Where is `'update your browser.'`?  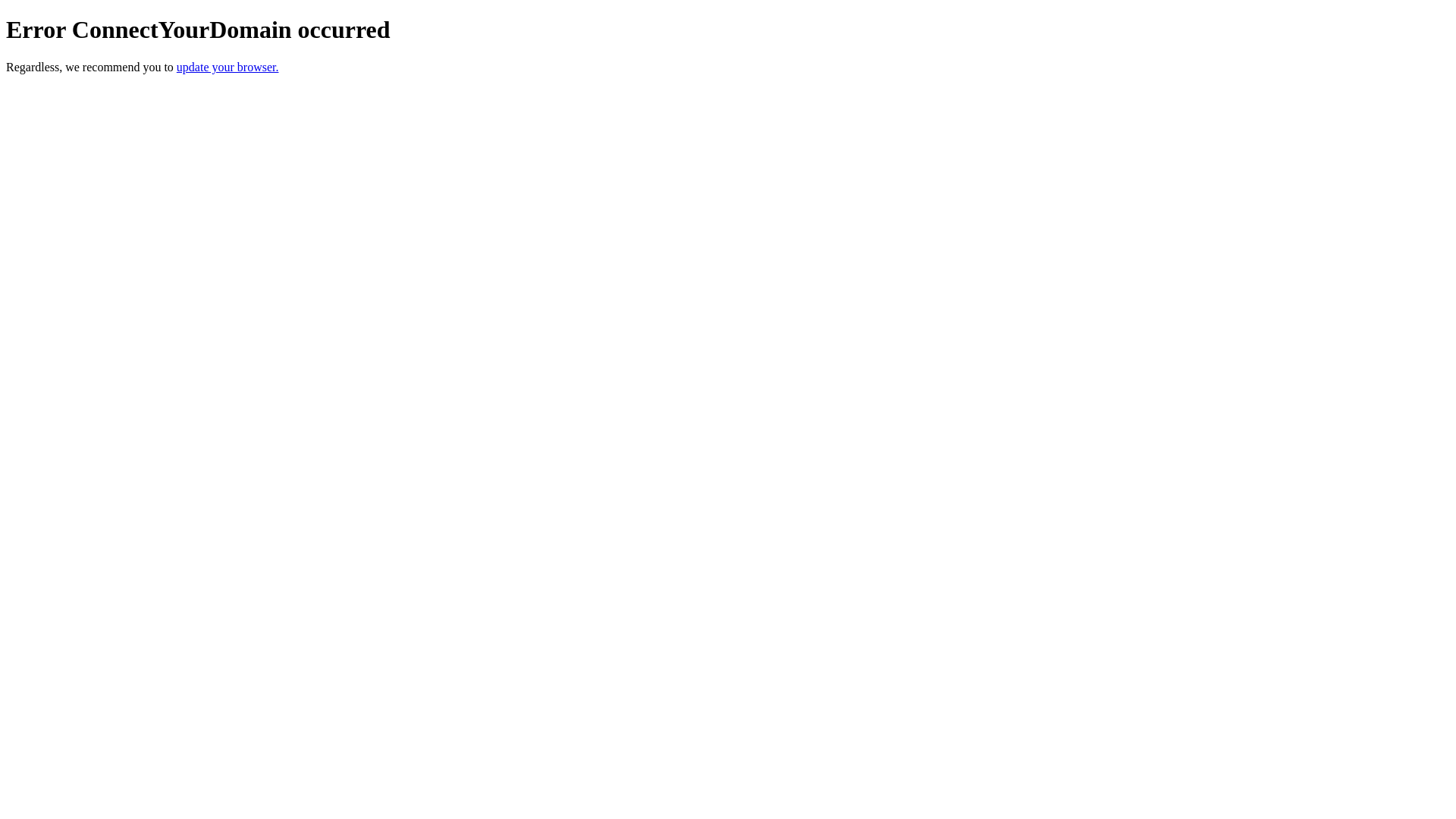
'update your browser.' is located at coordinates (177, 66).